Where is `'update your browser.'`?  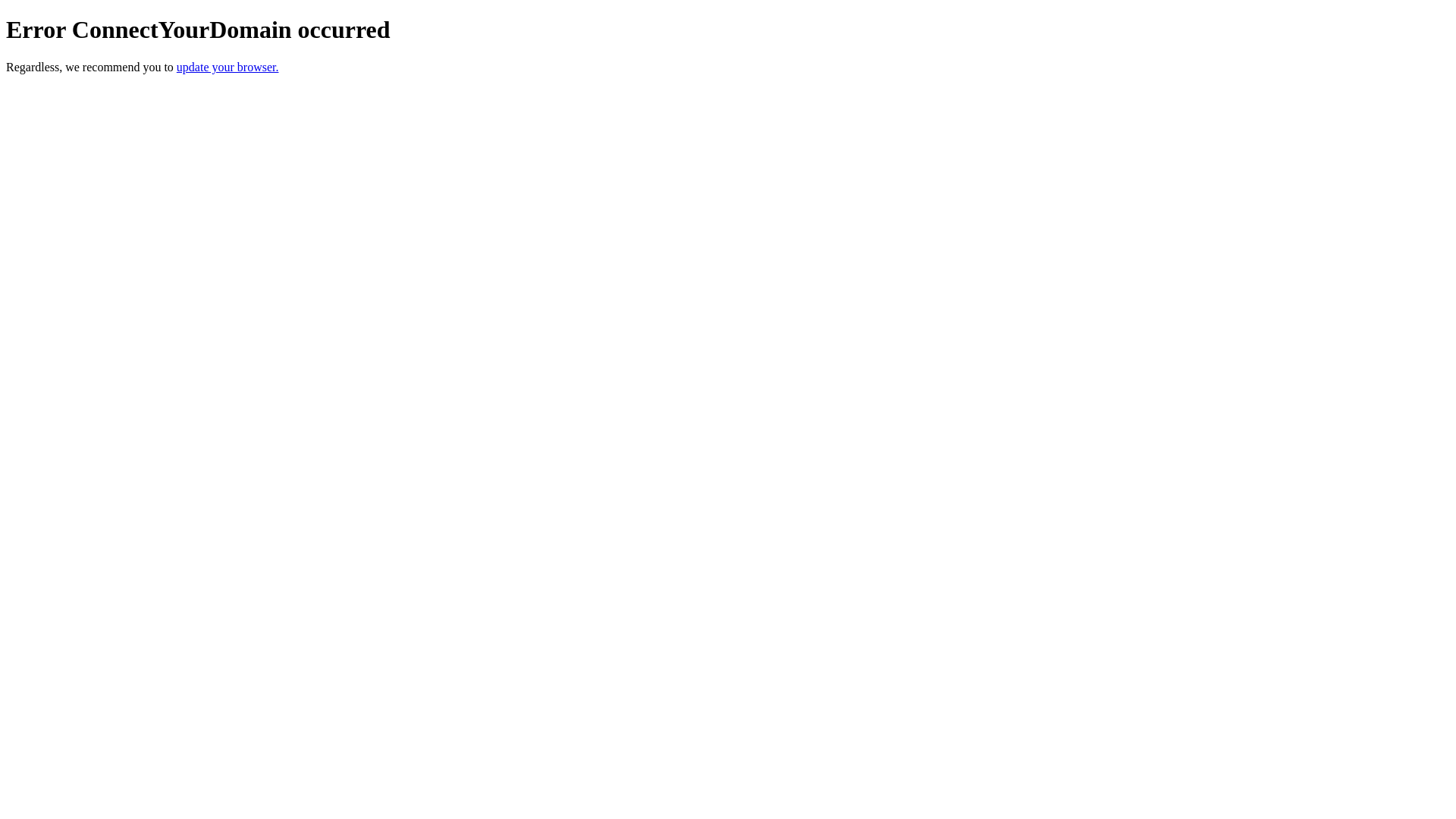
'update your browser.' is located at coordinates (177, 66).